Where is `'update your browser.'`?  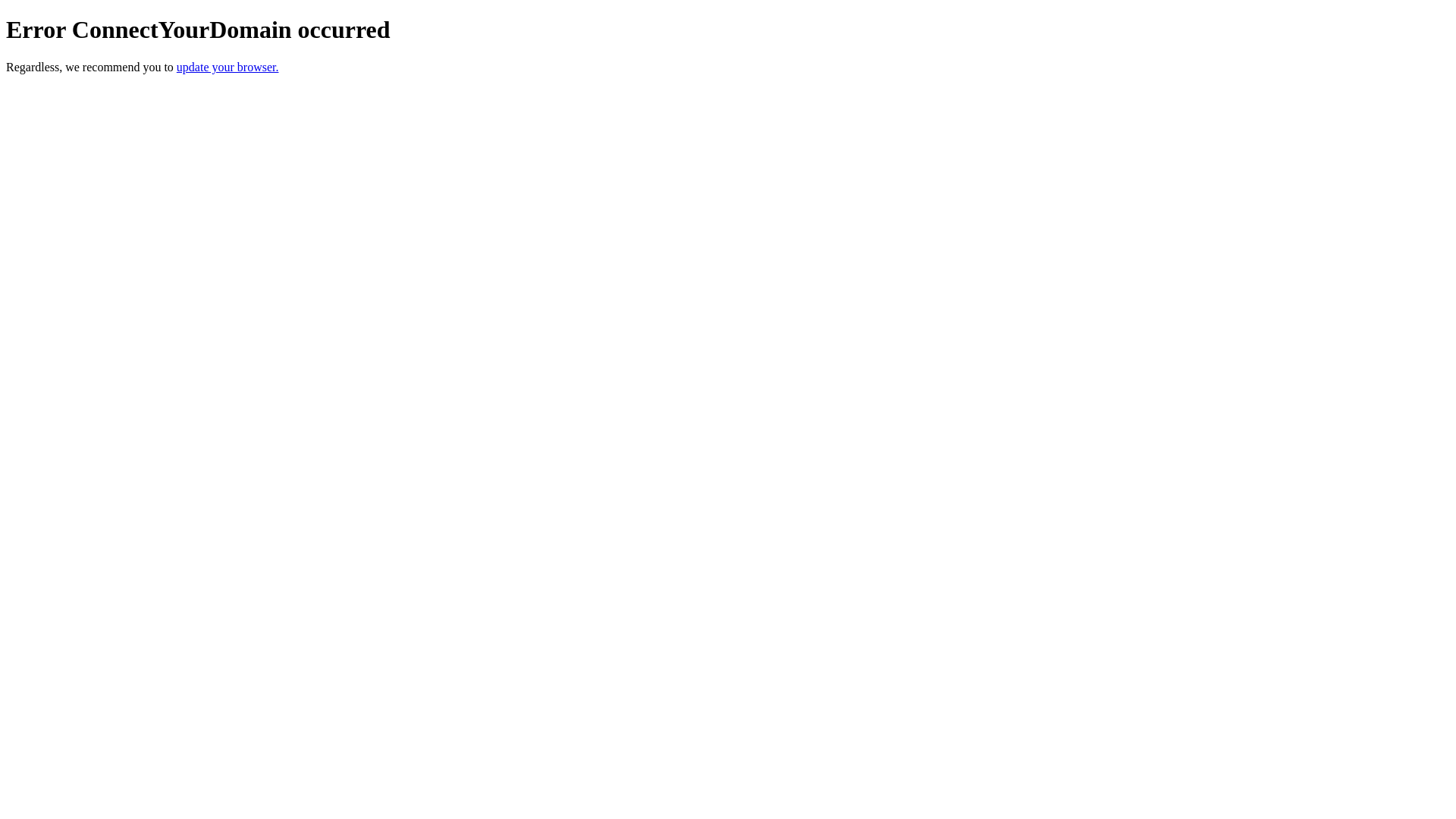
'update your browser.' is located at coordinates (177, 66).